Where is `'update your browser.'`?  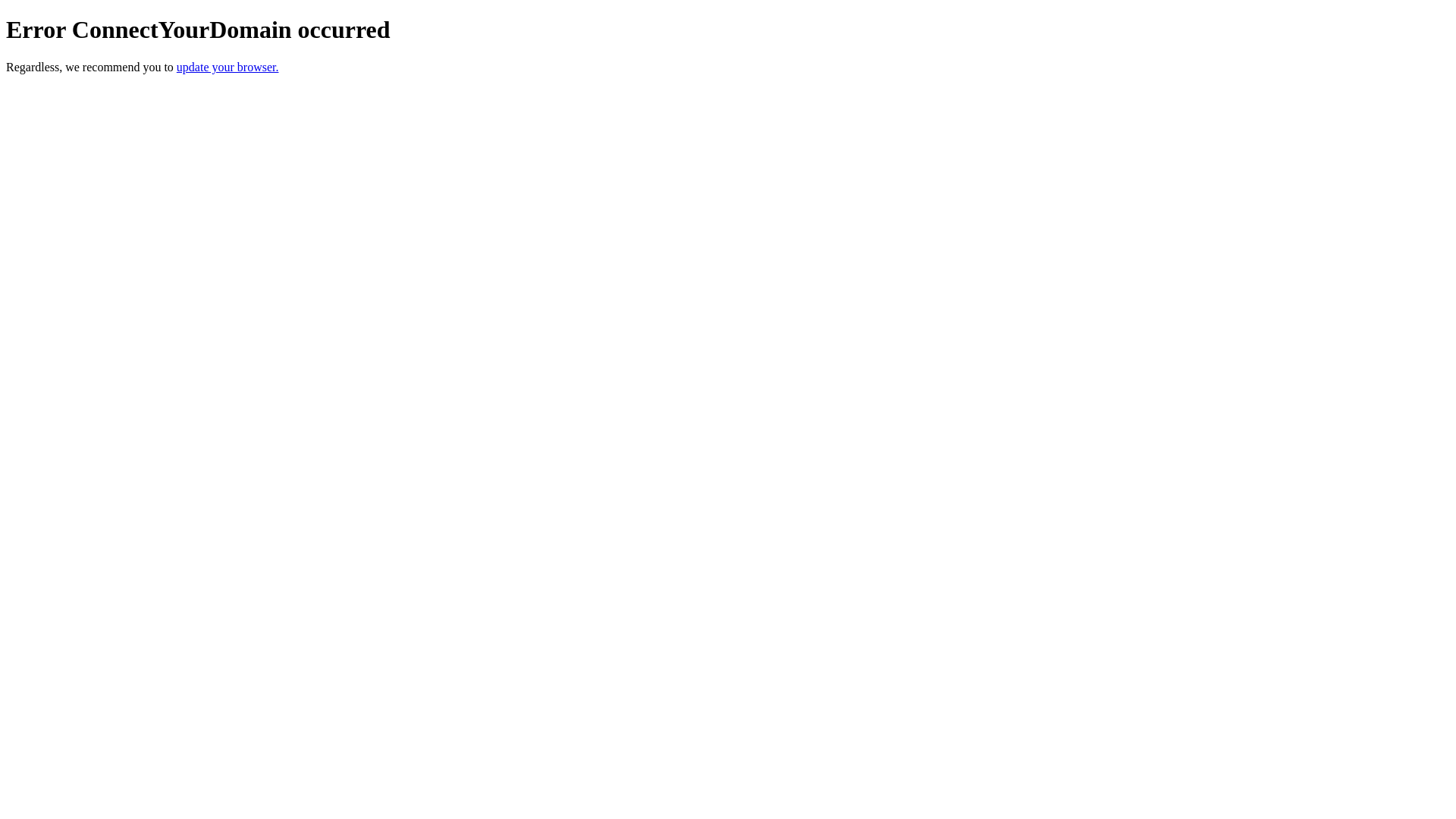
'update your browser.' is located at coordinates (177, 66).